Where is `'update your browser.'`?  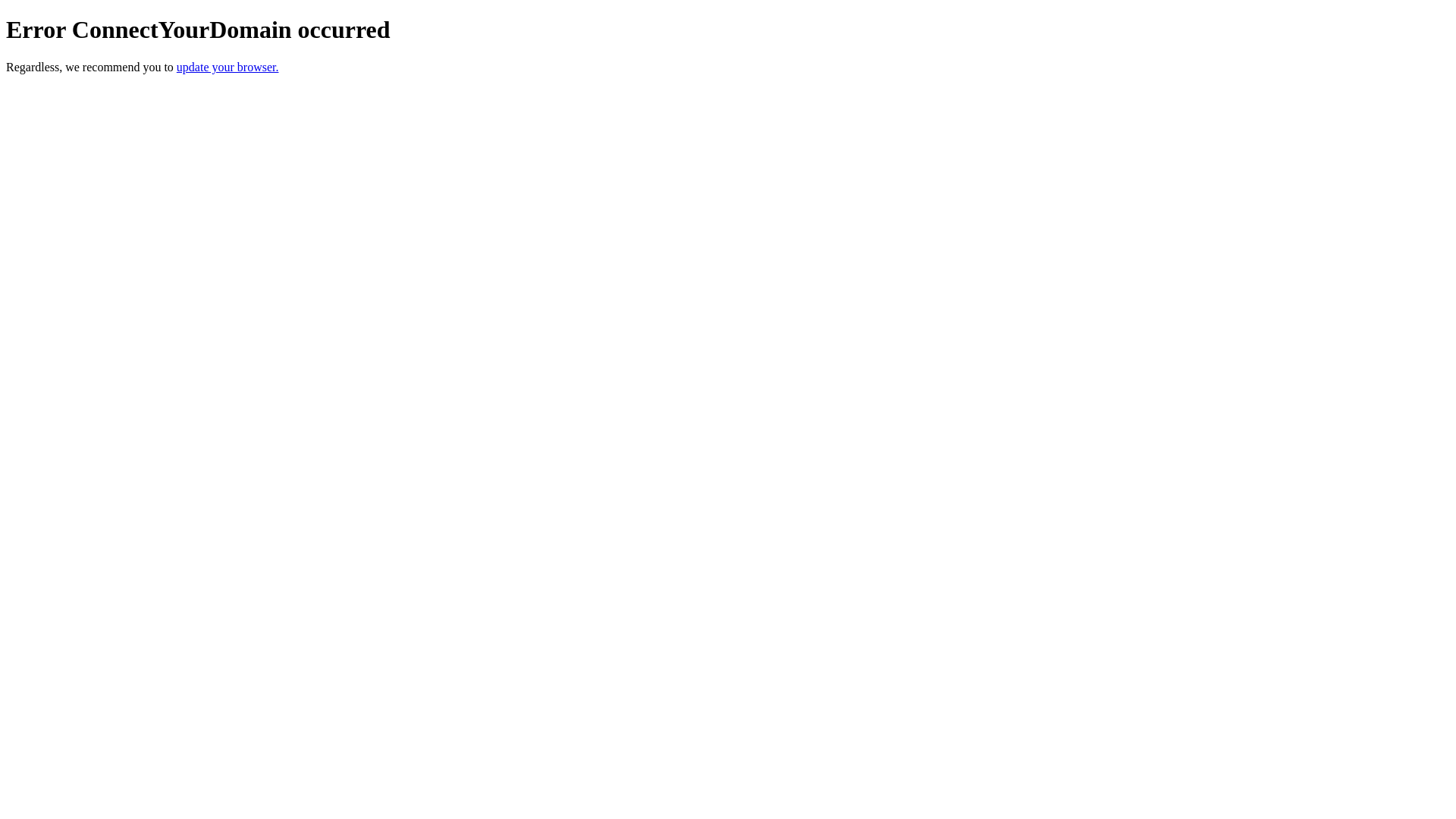
'update your browser.' is located at coordinates (177, 66).